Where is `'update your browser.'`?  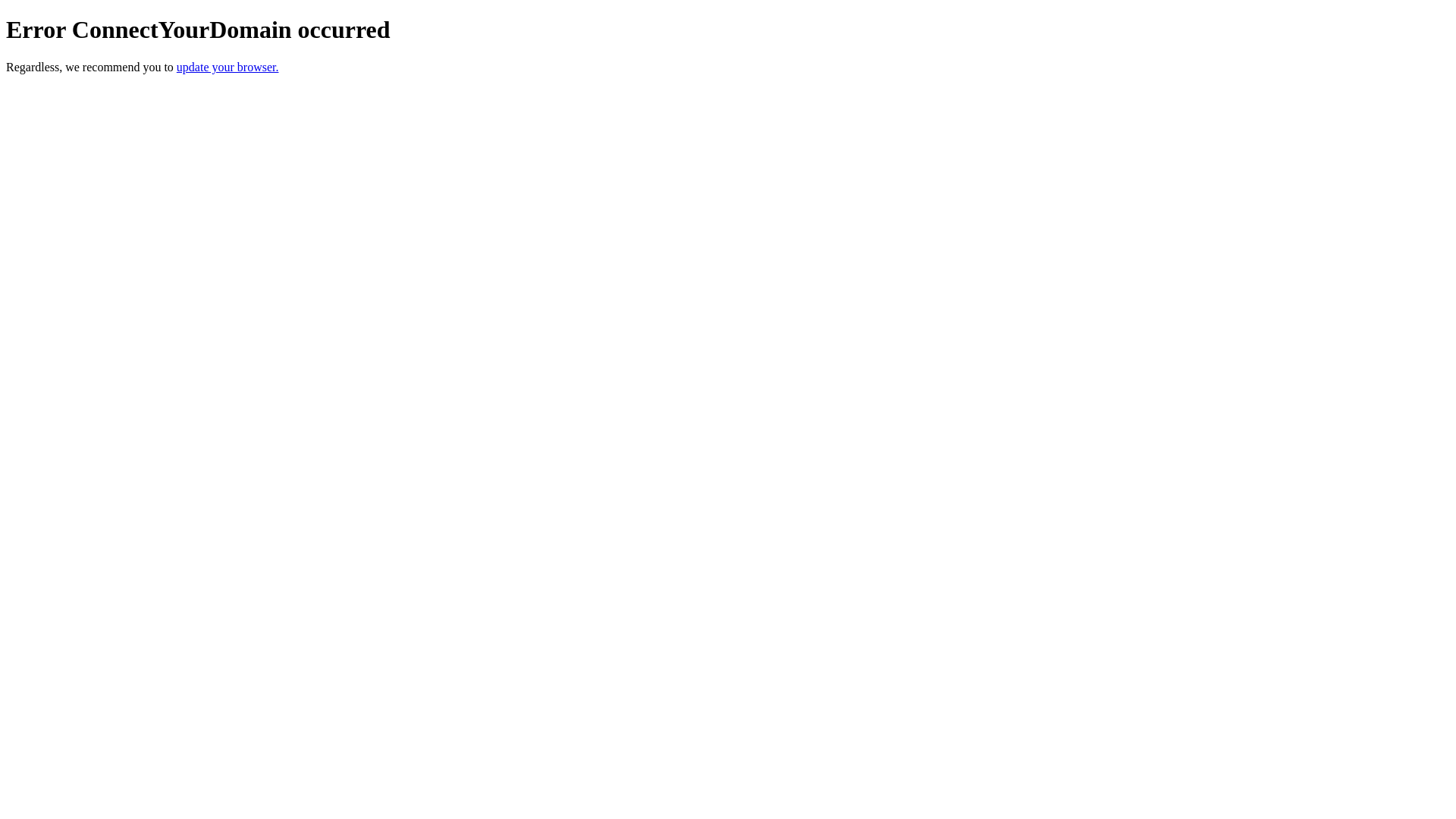
'update your browser.' is located at coordinates (177, 66).